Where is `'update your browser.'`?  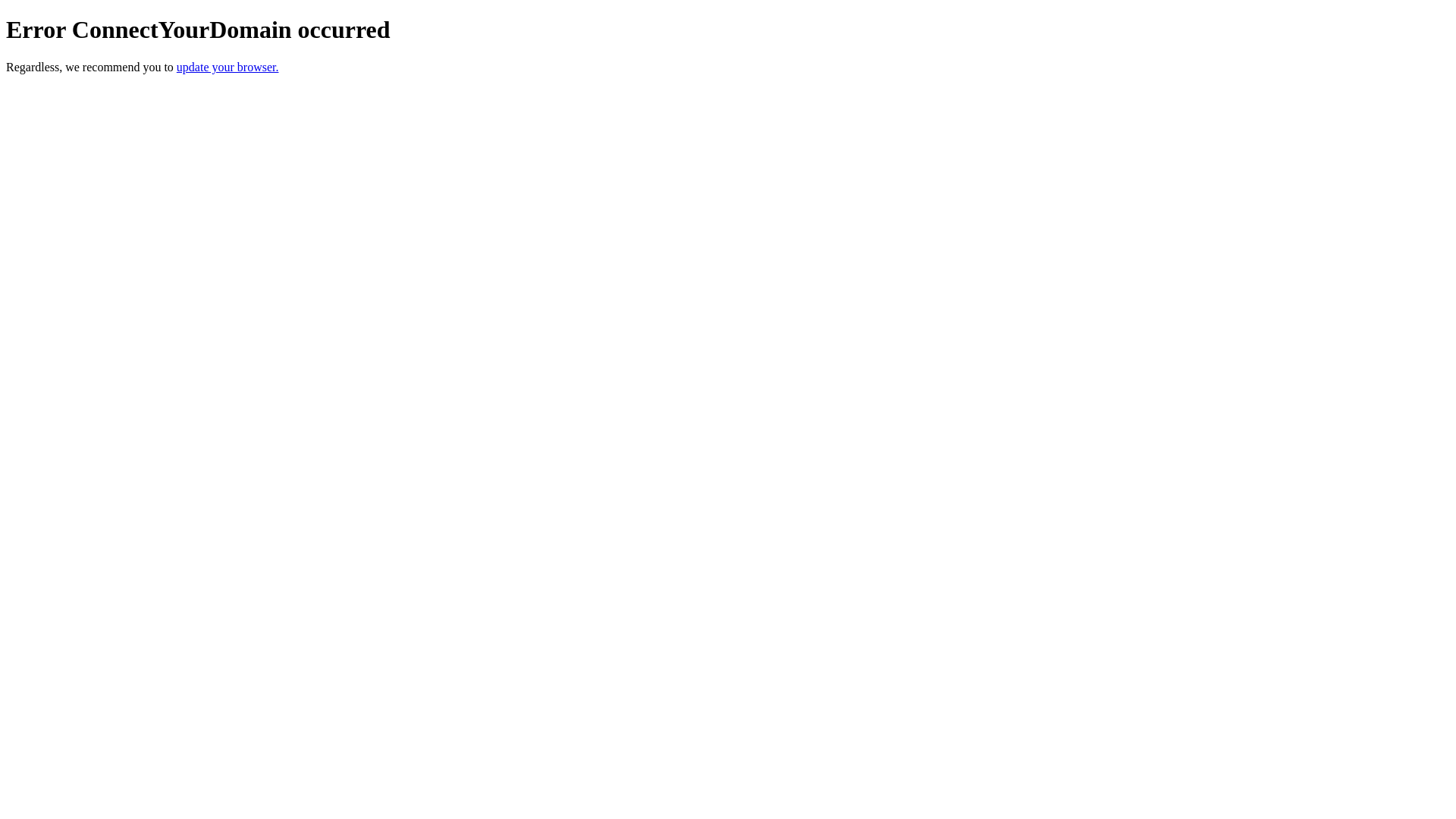
'update your browser.' is located at coordinates (177, 66).